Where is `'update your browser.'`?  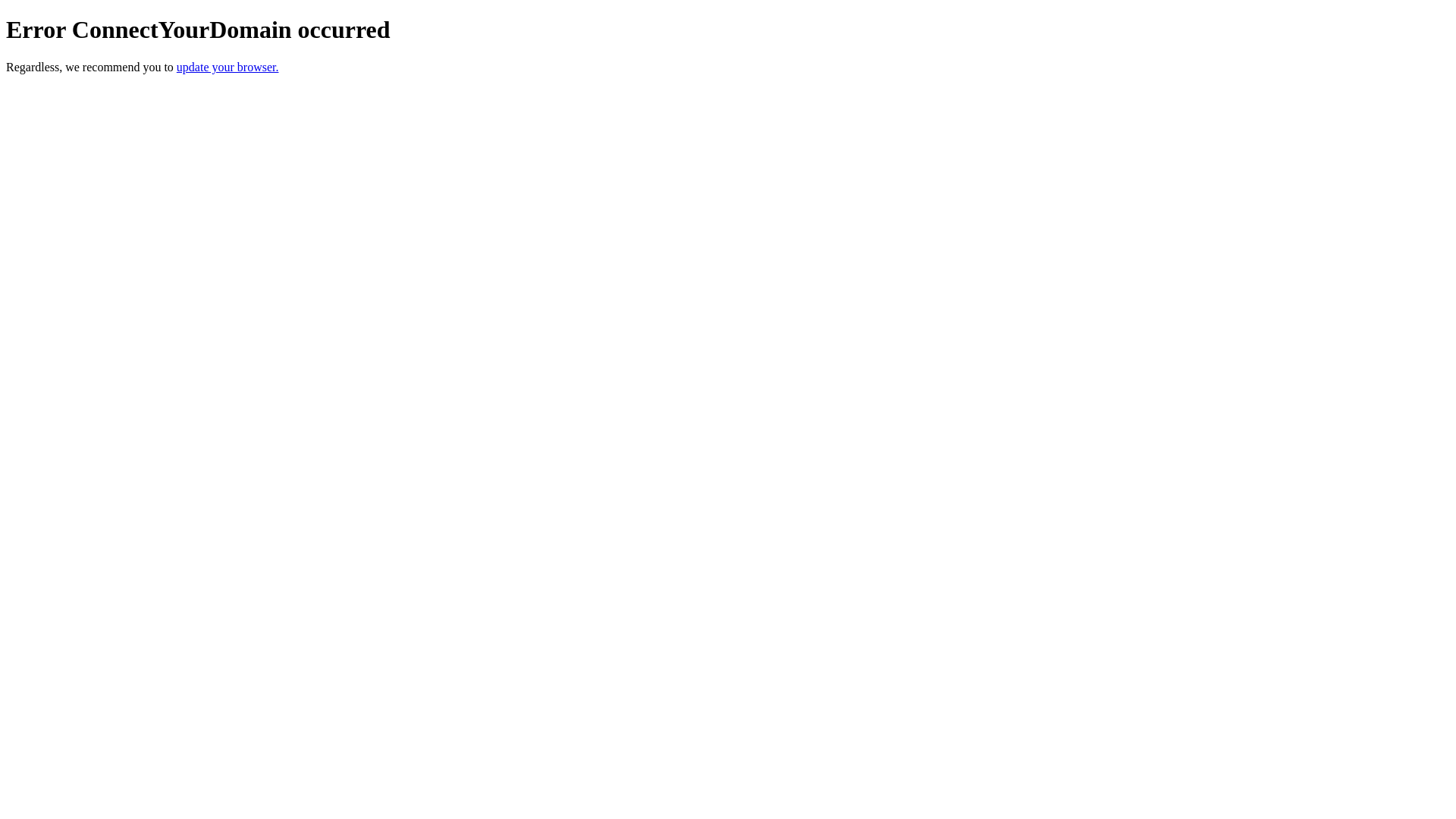
'update your browser.' is located at coordinates (177, 66).